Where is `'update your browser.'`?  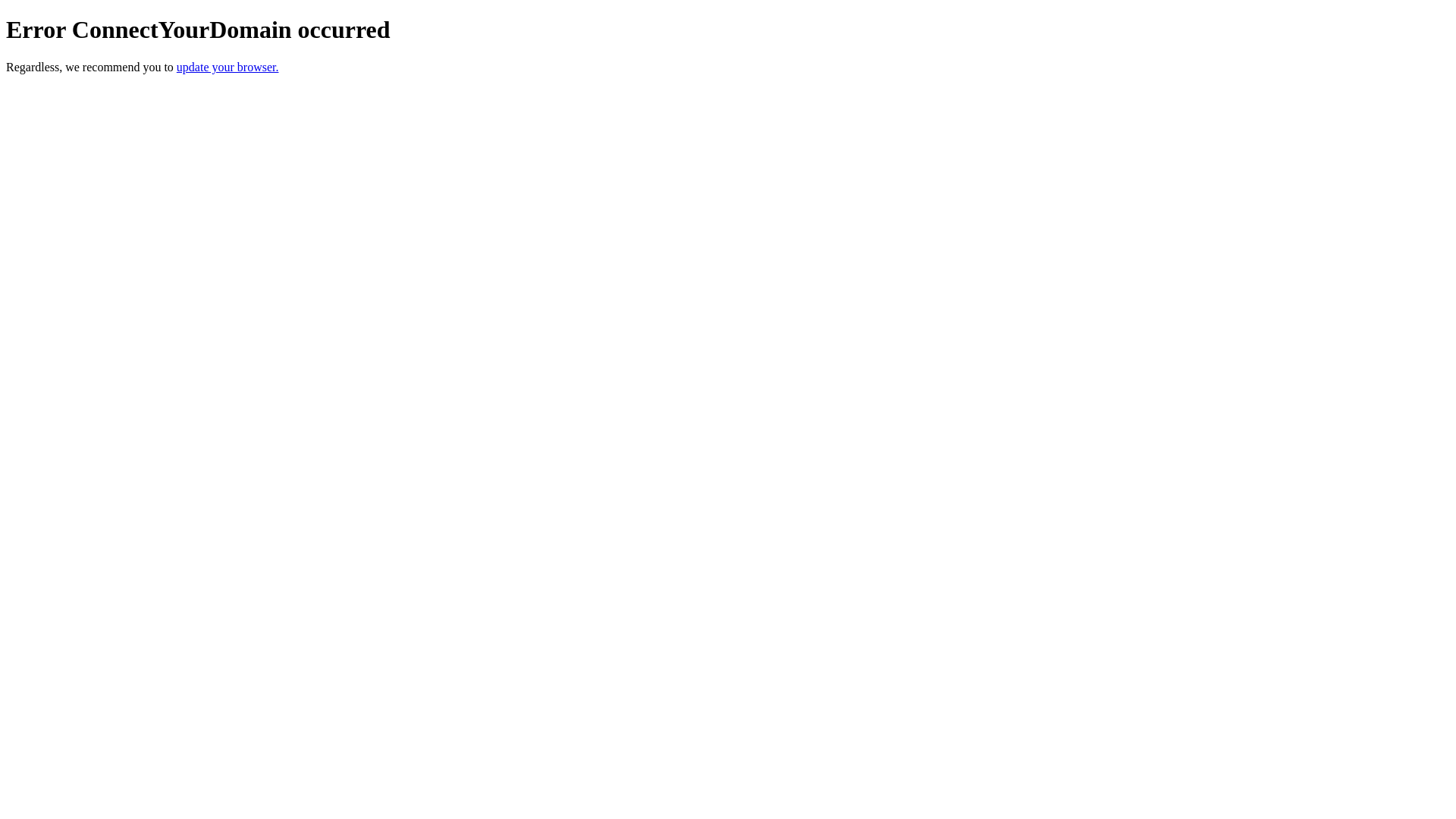
'update your browser.' is located at coordinates (177, 66).